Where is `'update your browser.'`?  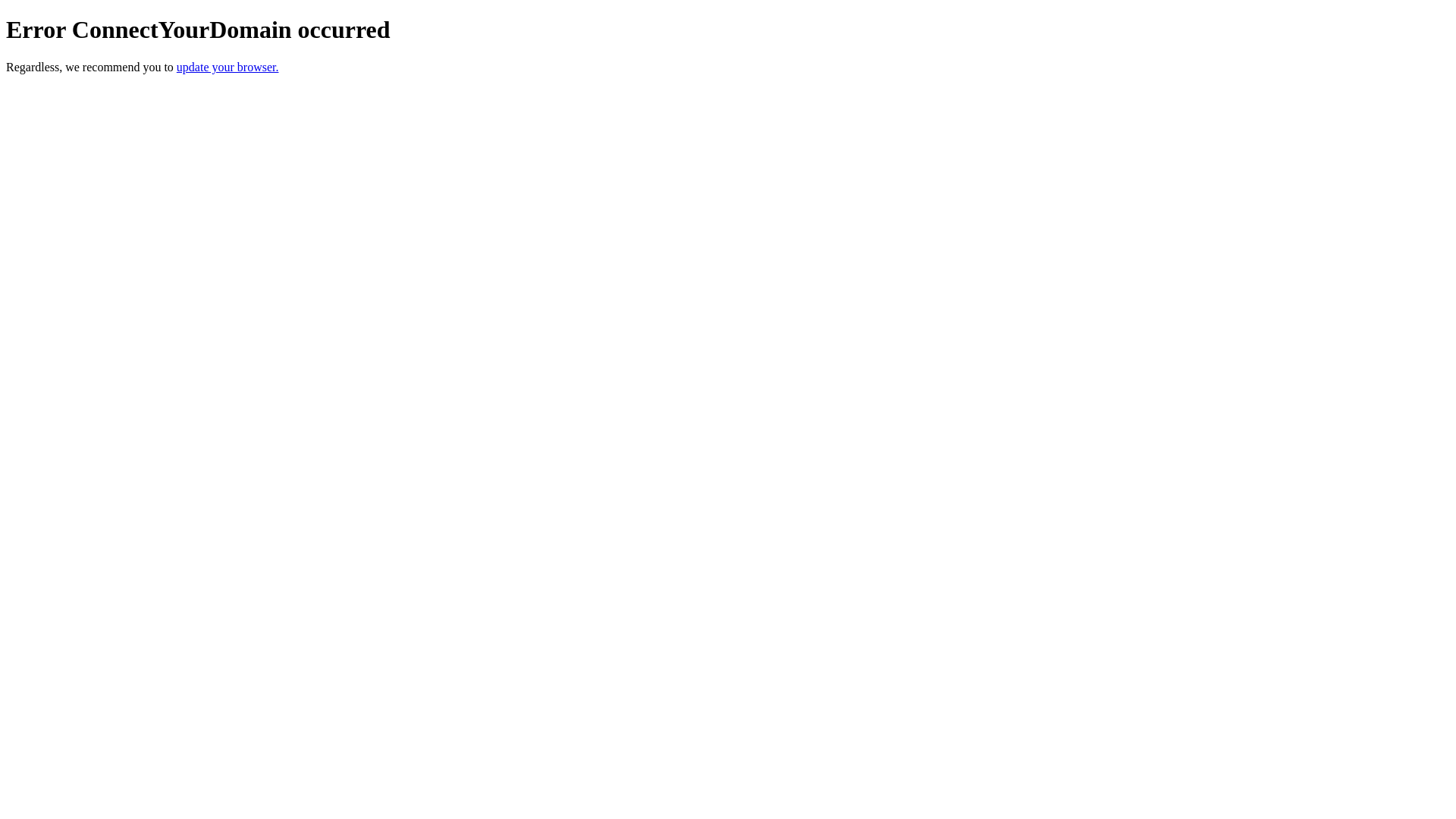
'update your browser.' is located at coordinates (177, 66).